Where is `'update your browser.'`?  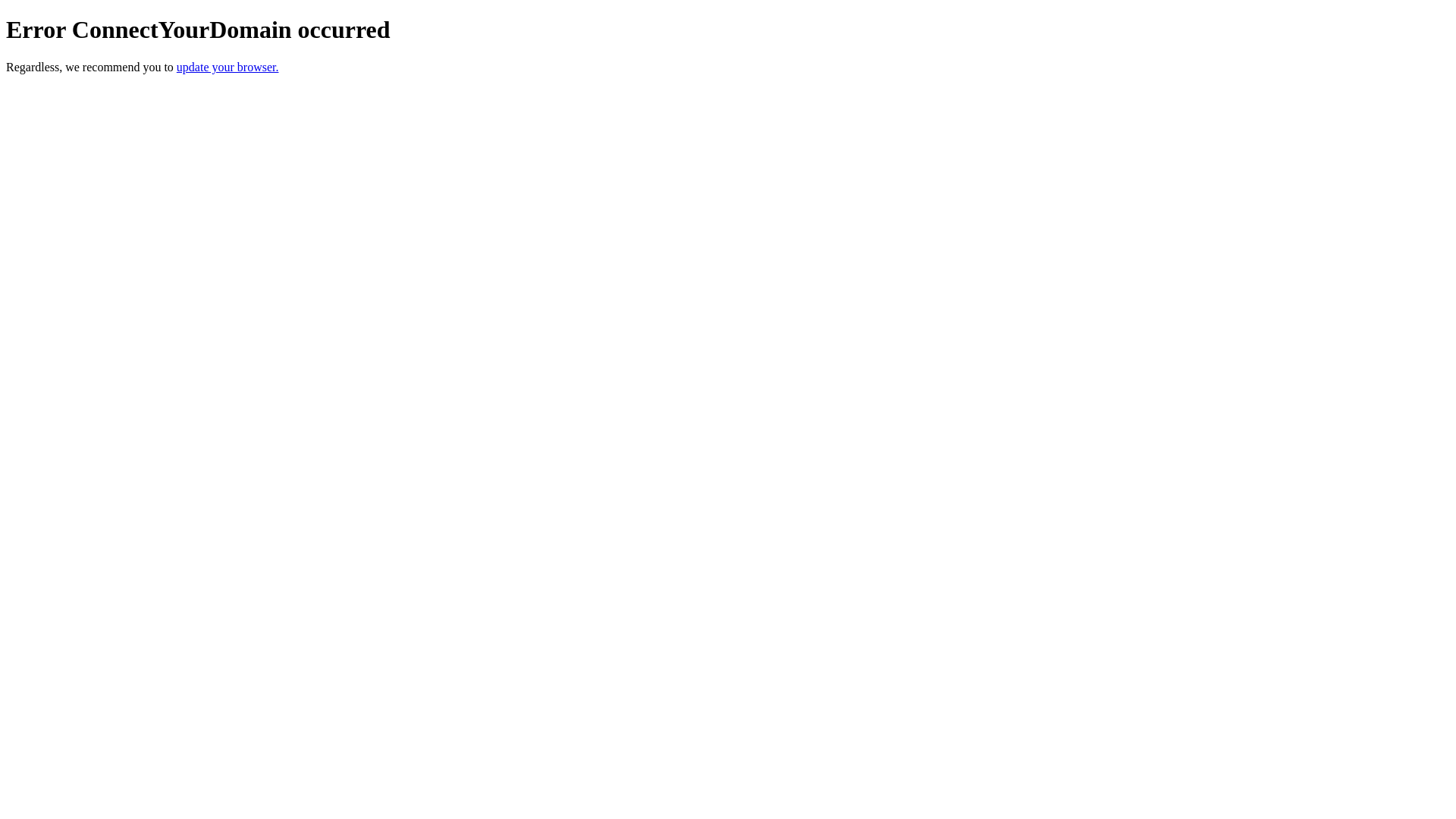
'update your browser.' is located at coordinates (177, 66).